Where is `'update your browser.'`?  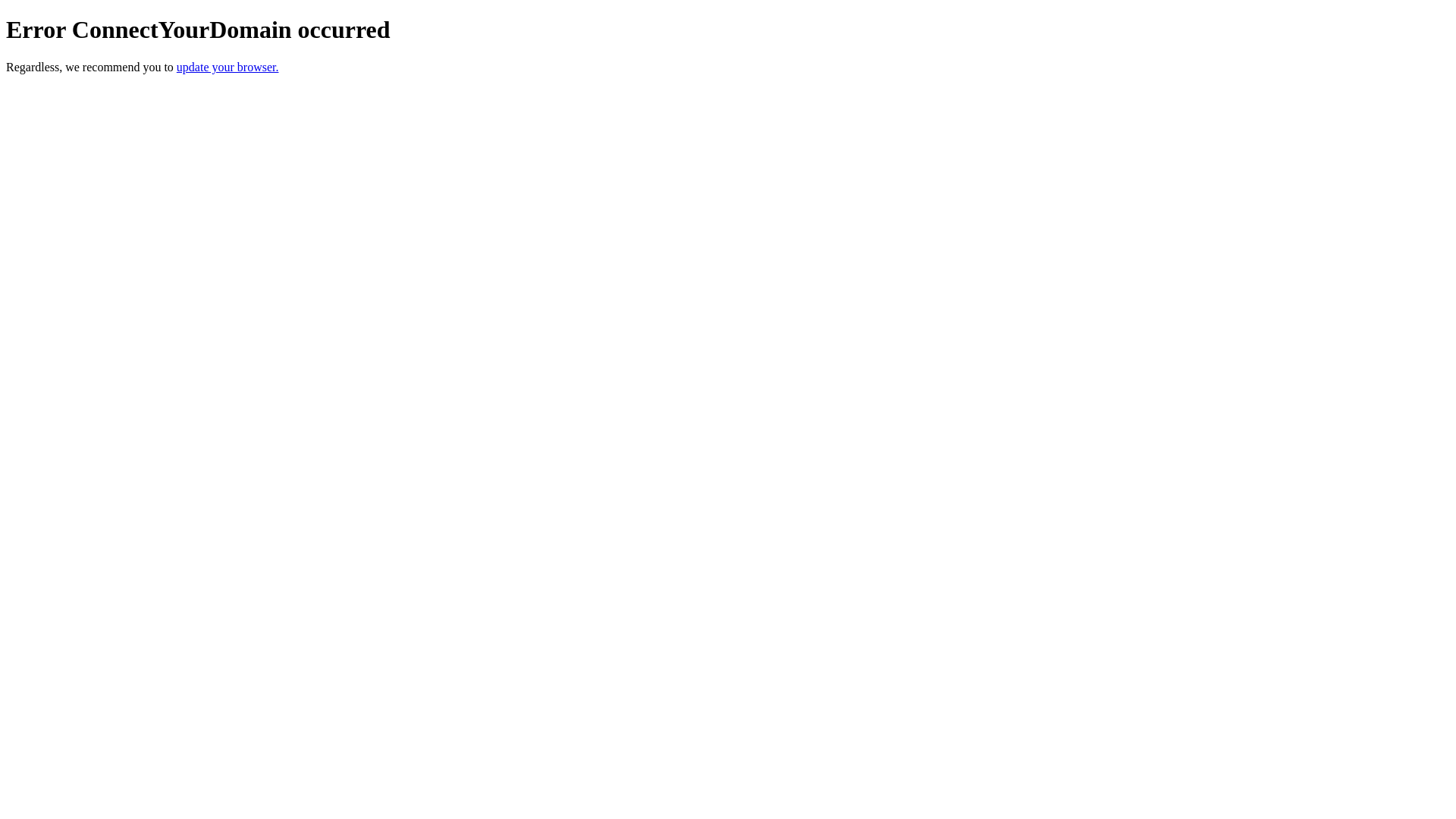
'update your browser.' is located at coordinates (177, 66).